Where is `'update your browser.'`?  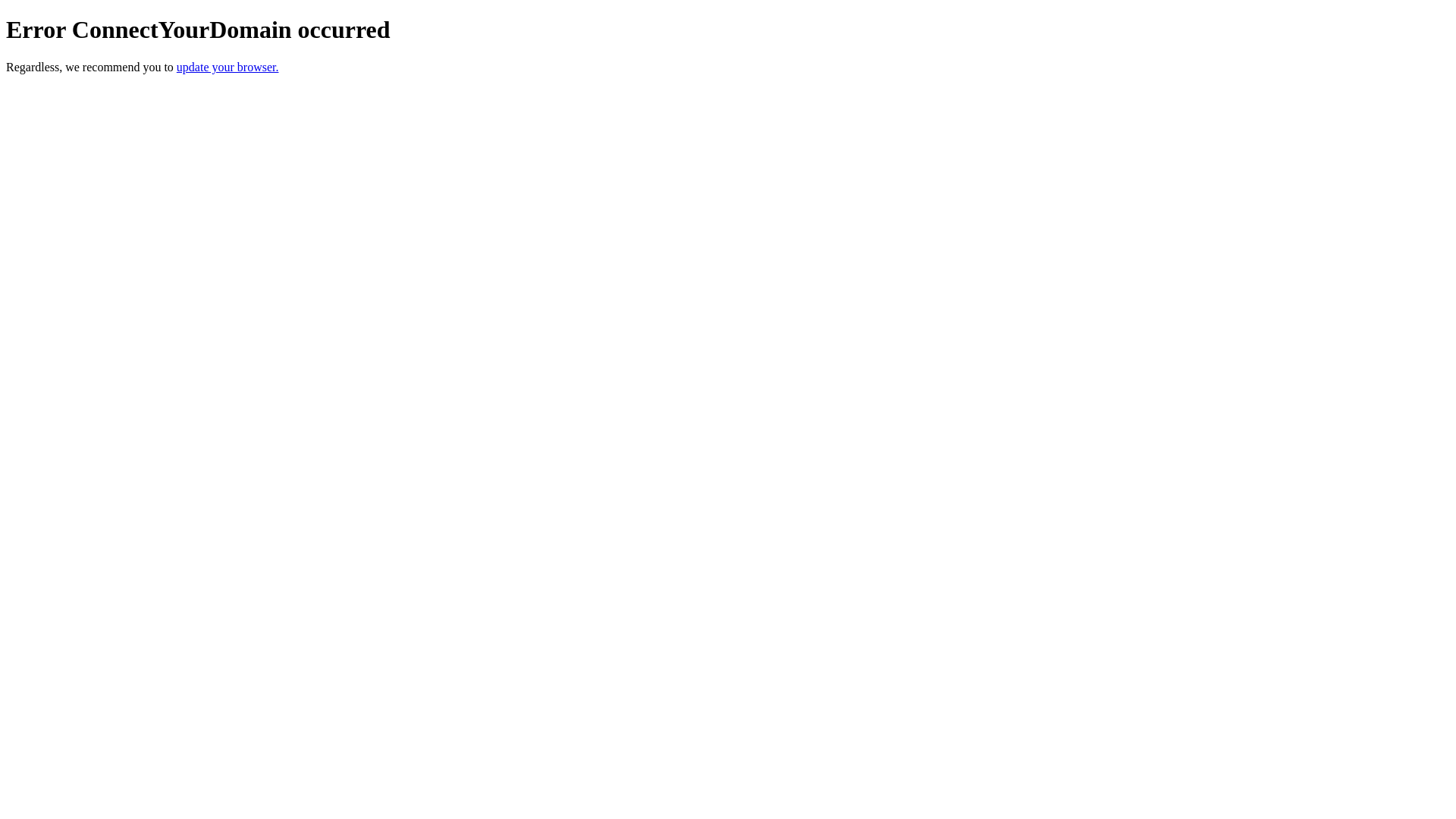
'update your browser.' is located at coordinates (177, 66).